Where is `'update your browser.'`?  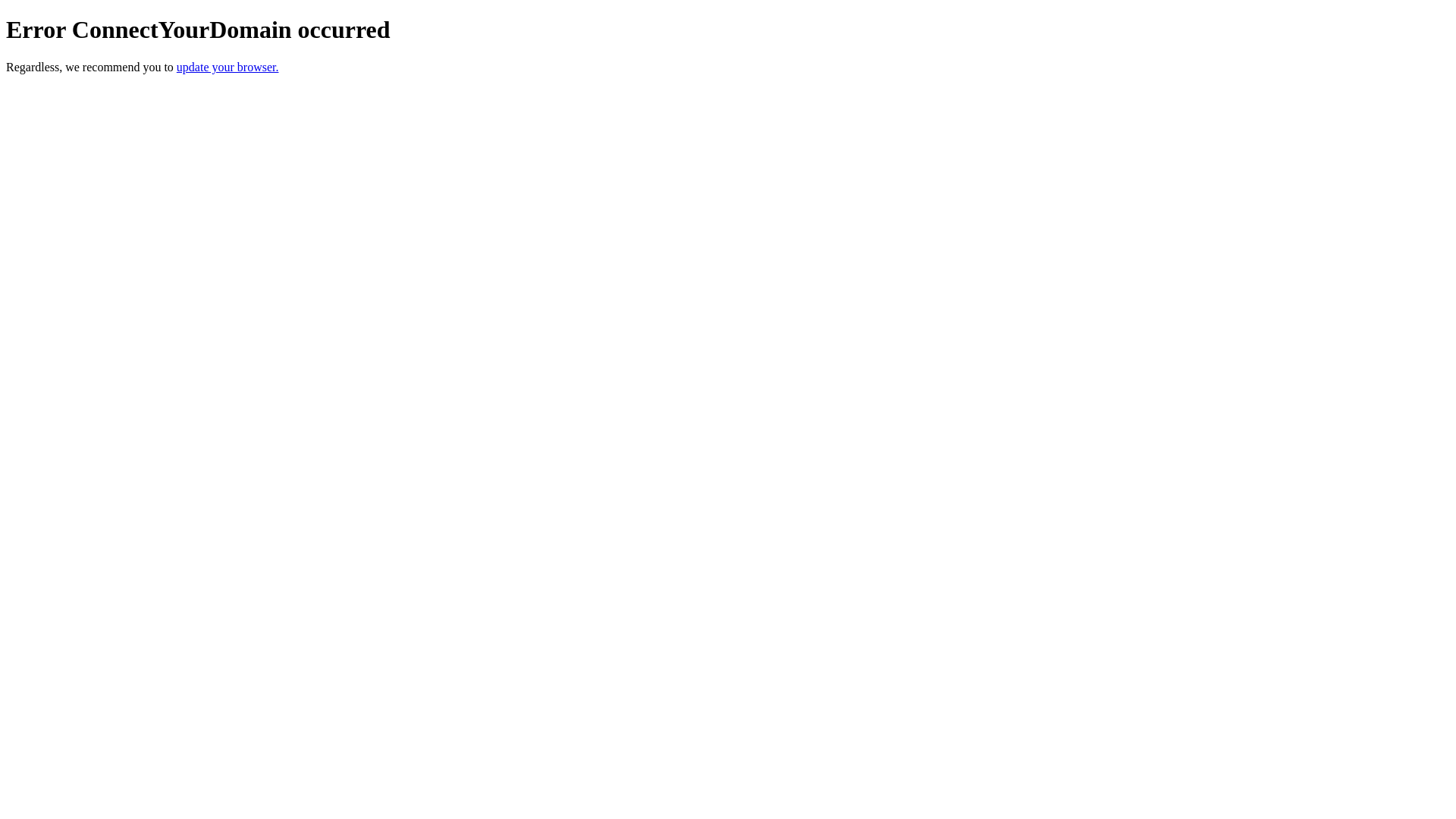
'update your browser.' is located at coordinates (177, 66).